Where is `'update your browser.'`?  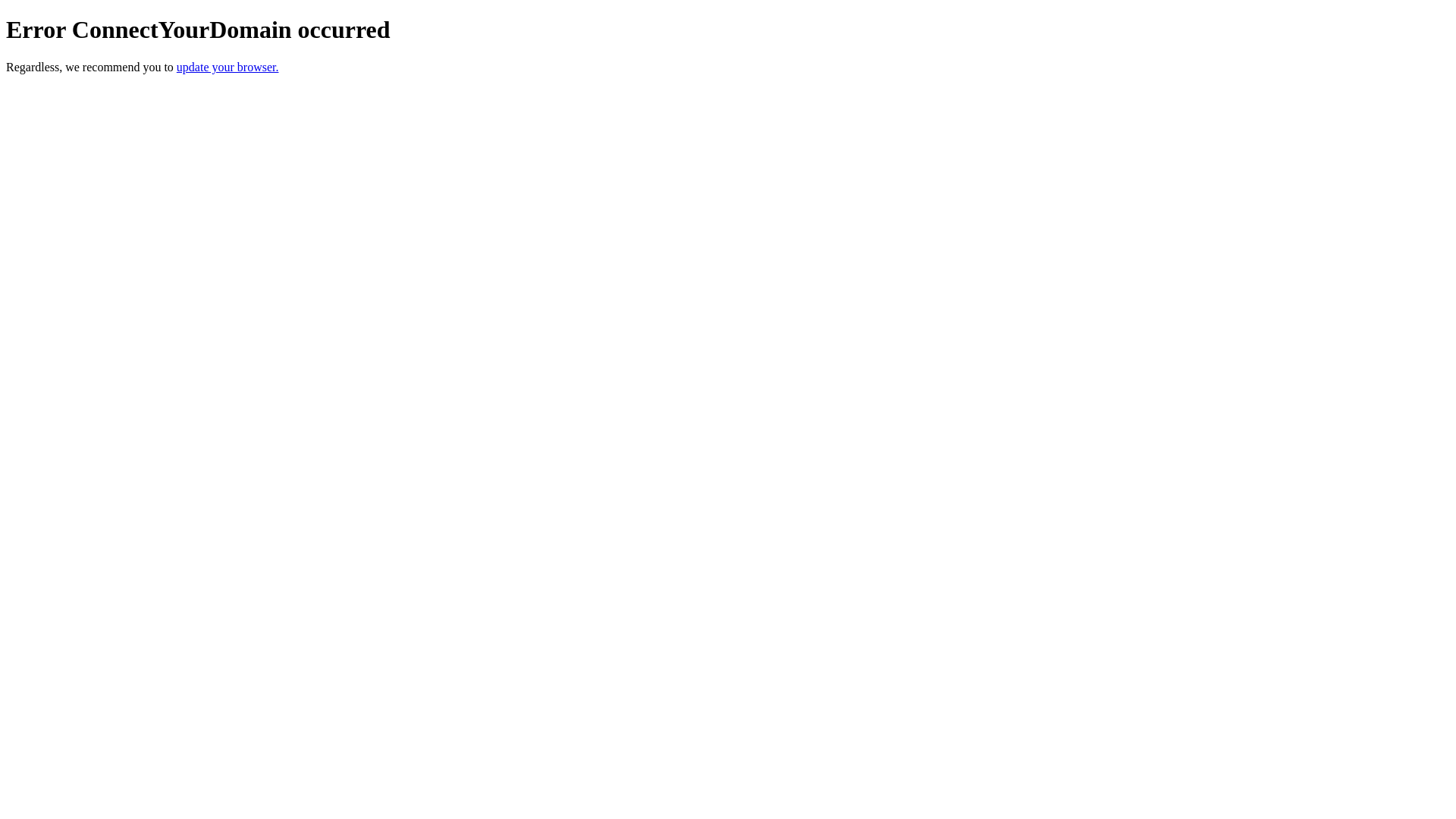
'update your browser.' is located at coordinates (177, 66).